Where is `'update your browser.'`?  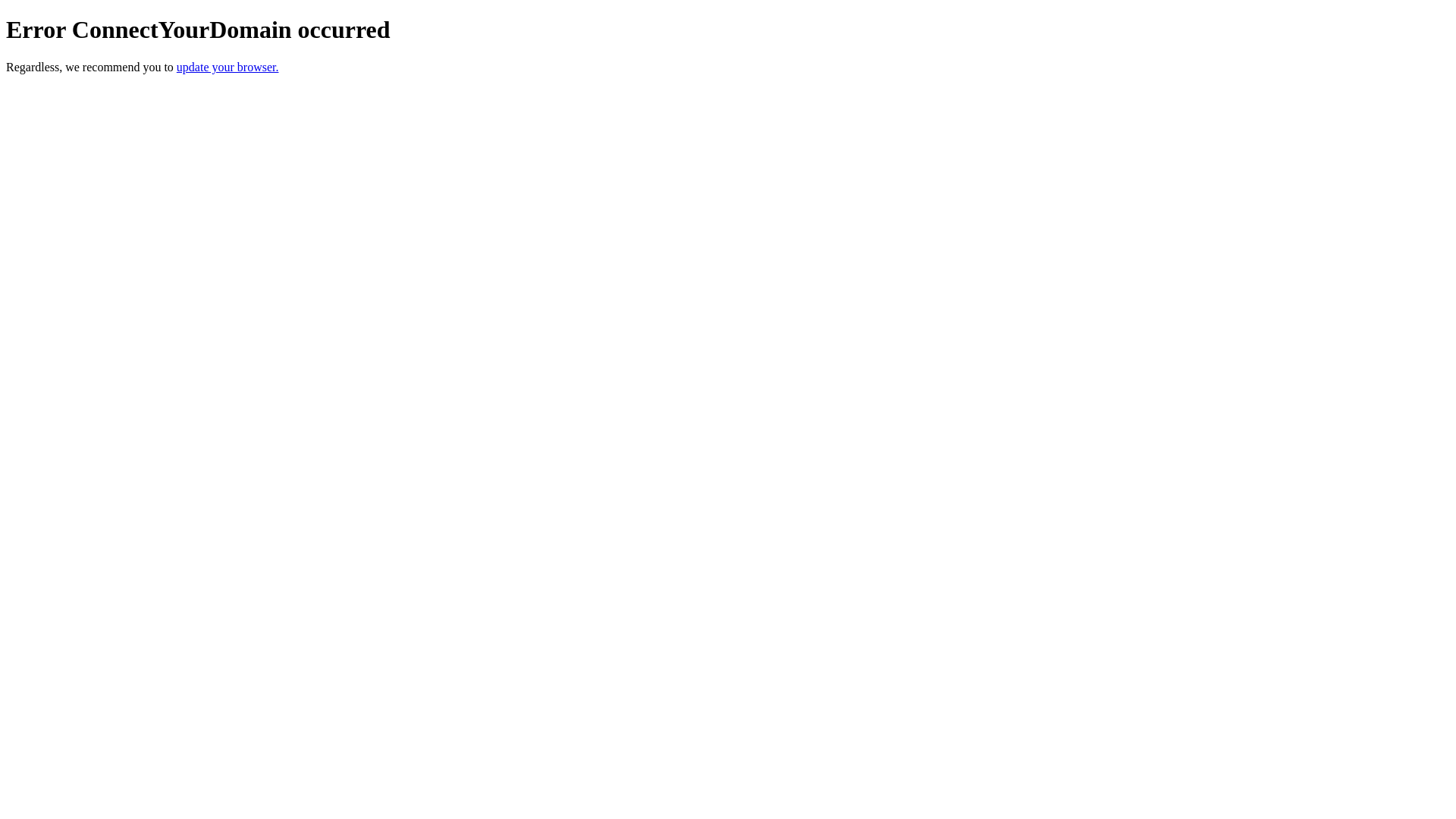
'update your browser.' is located at coordinates (177, 66).